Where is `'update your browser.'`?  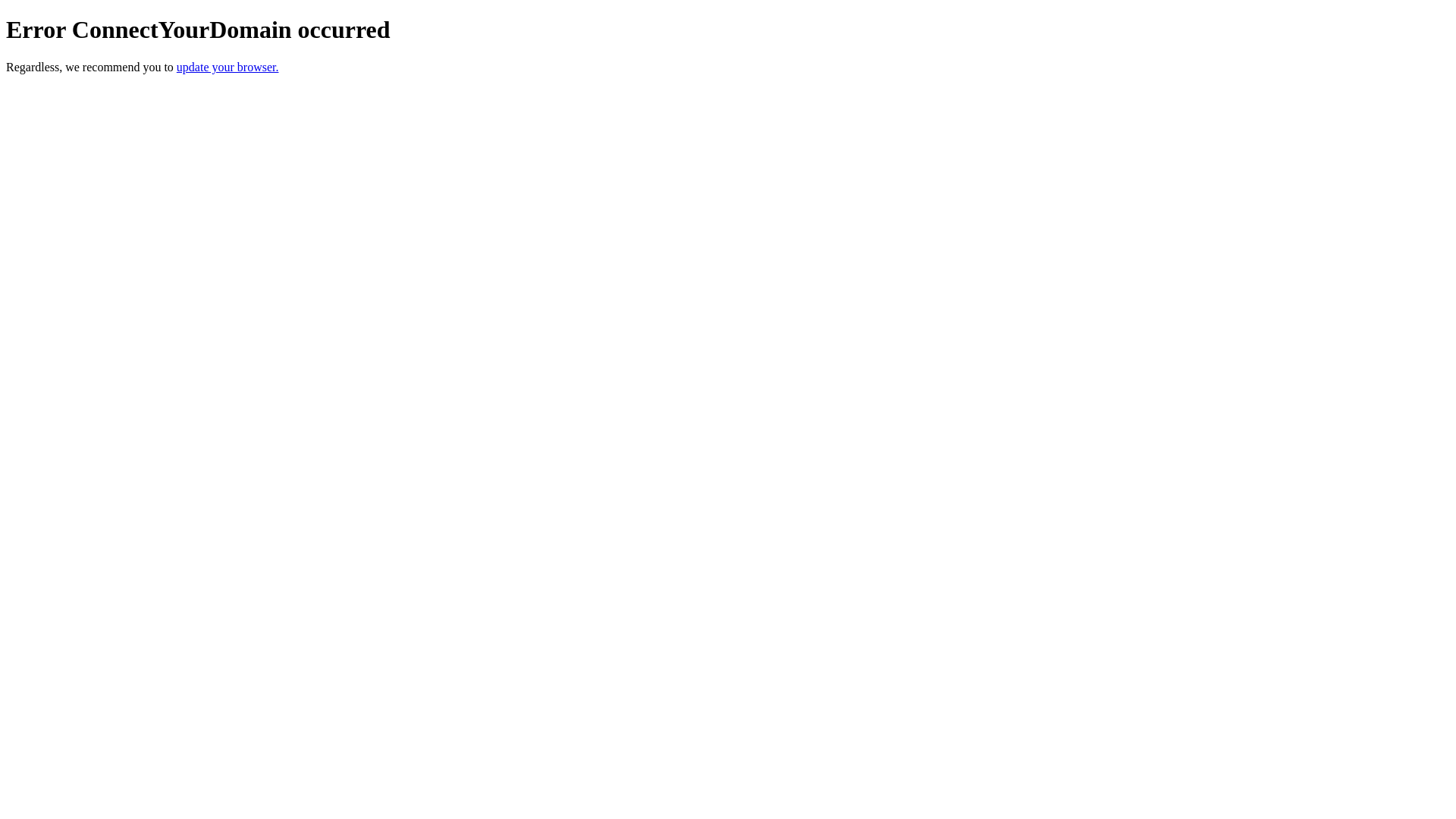
'update your browser.' is located at coordinates (177, 66).